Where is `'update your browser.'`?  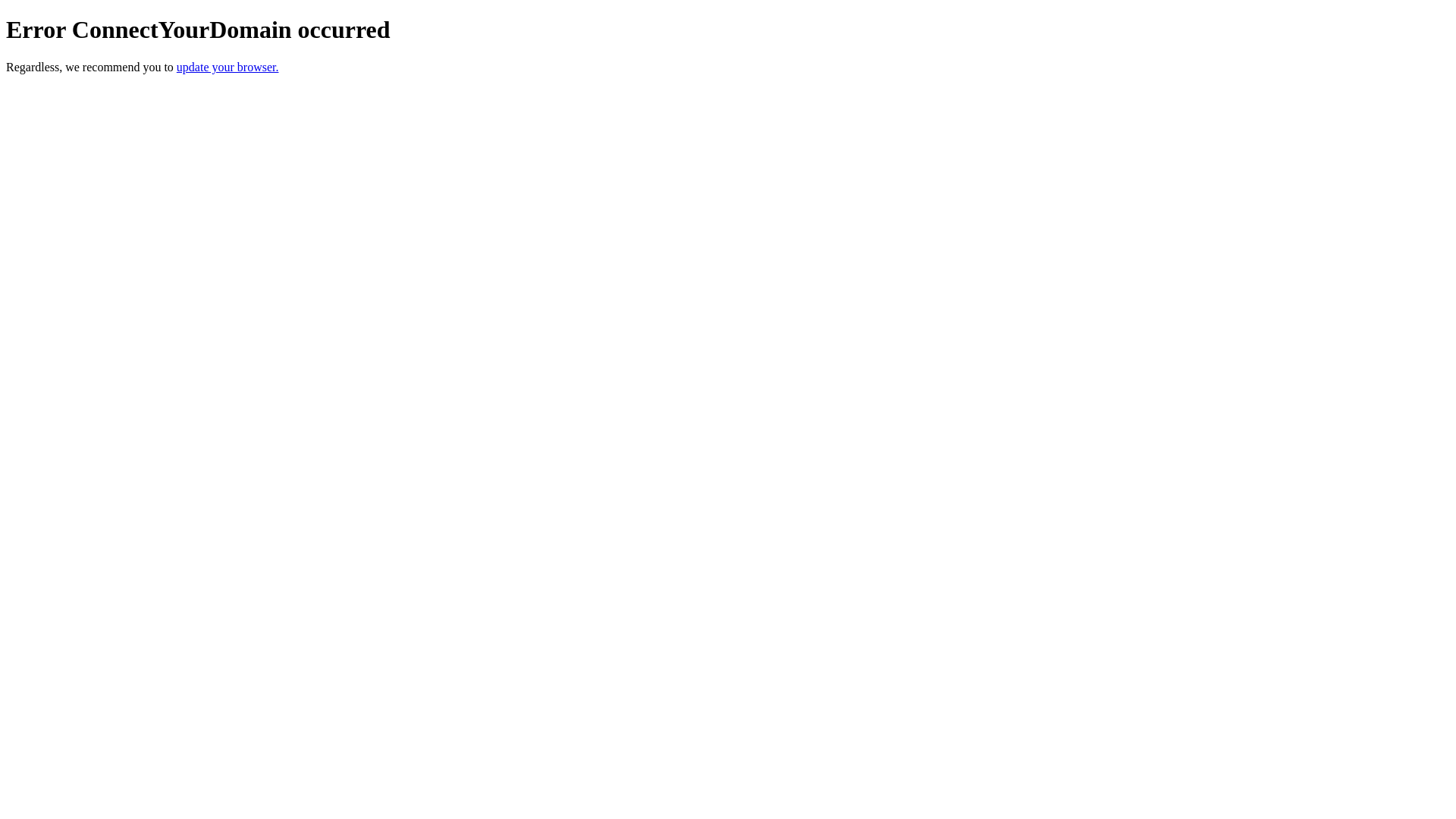
'update your browser.' is located at coordinates (177, 66).